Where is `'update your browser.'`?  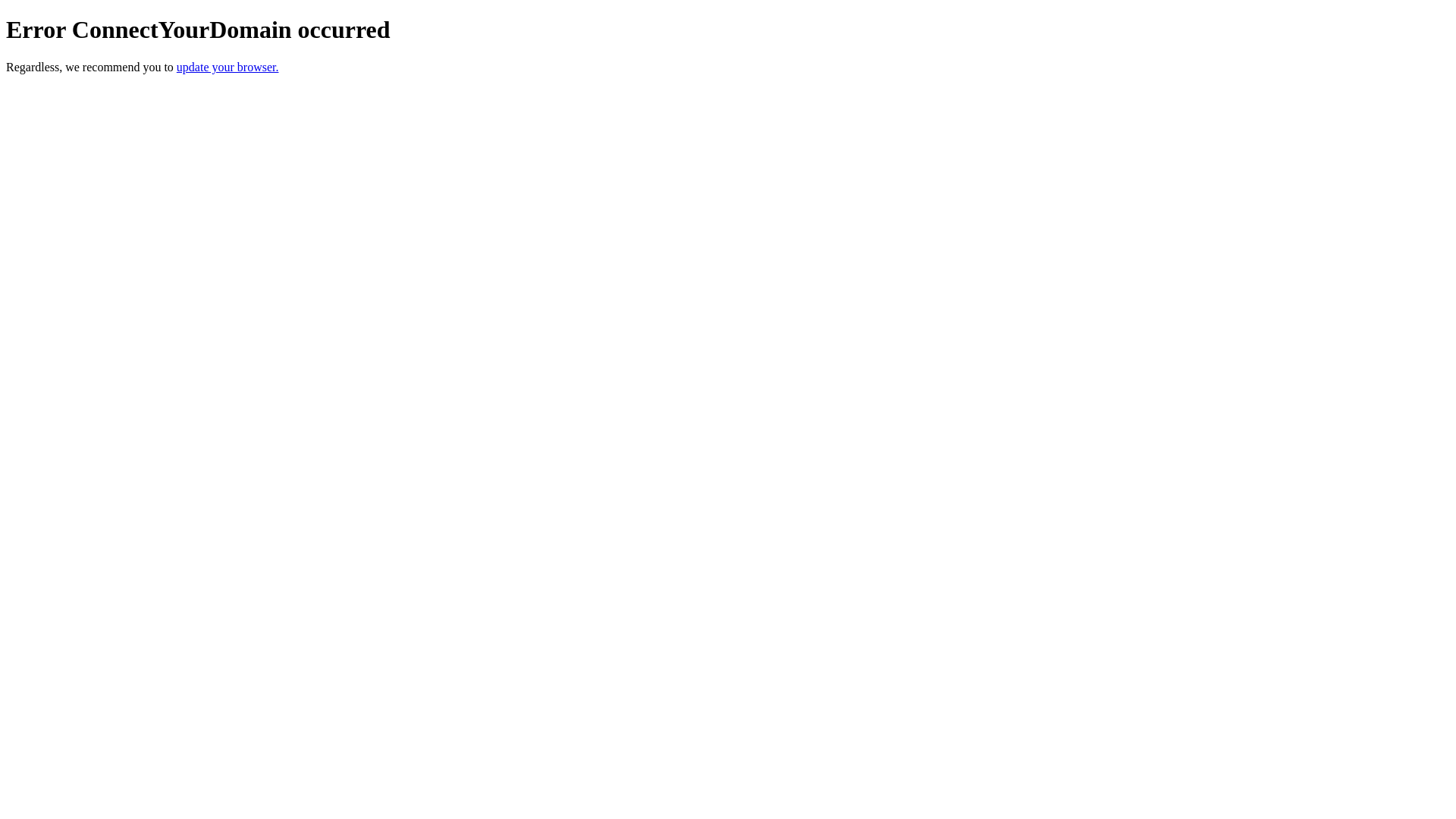
'update your browser.' is located at coordinates (177, 66).